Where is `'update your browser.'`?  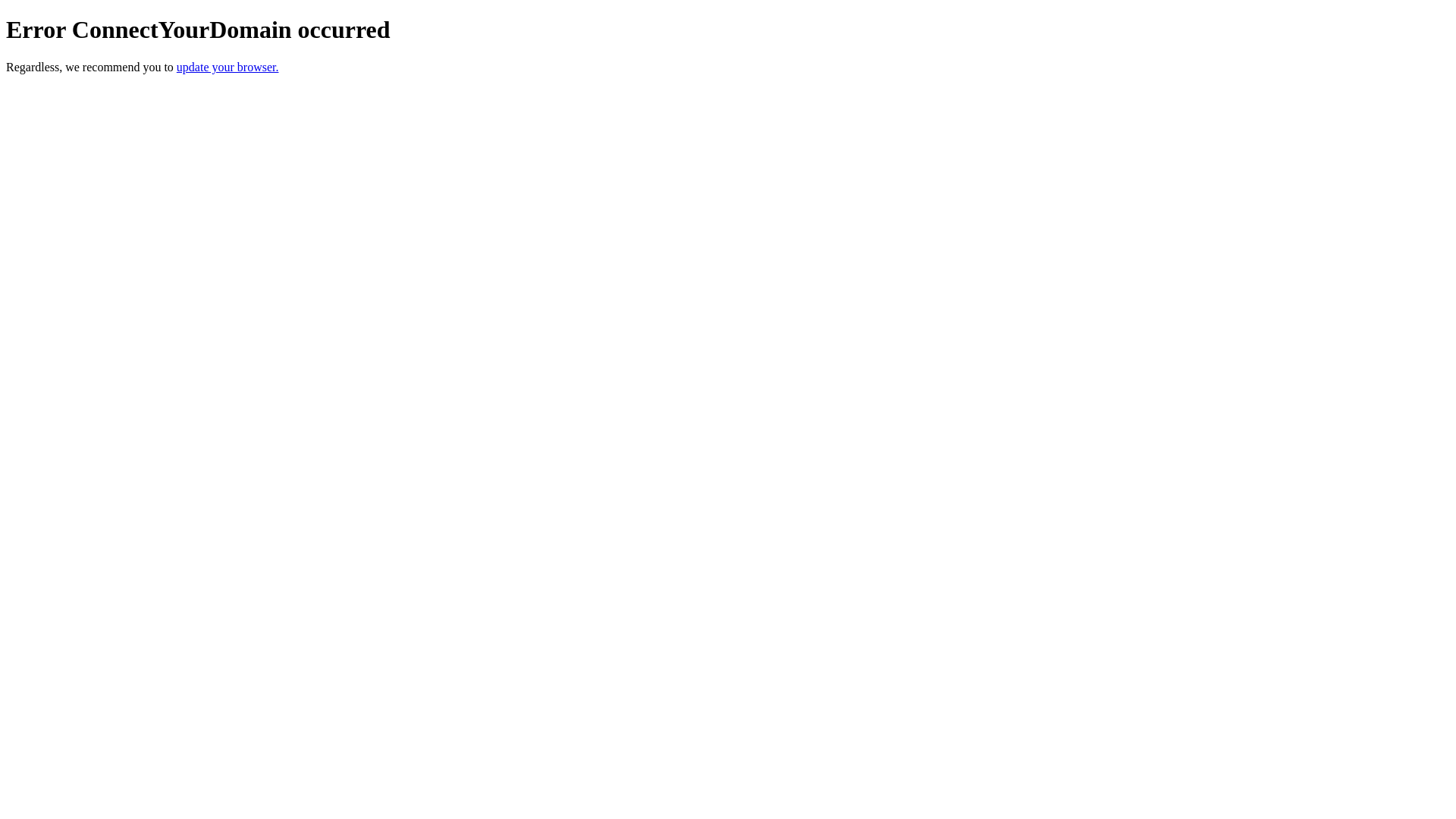
'update your browser.' is located at coordinates (177, 66).